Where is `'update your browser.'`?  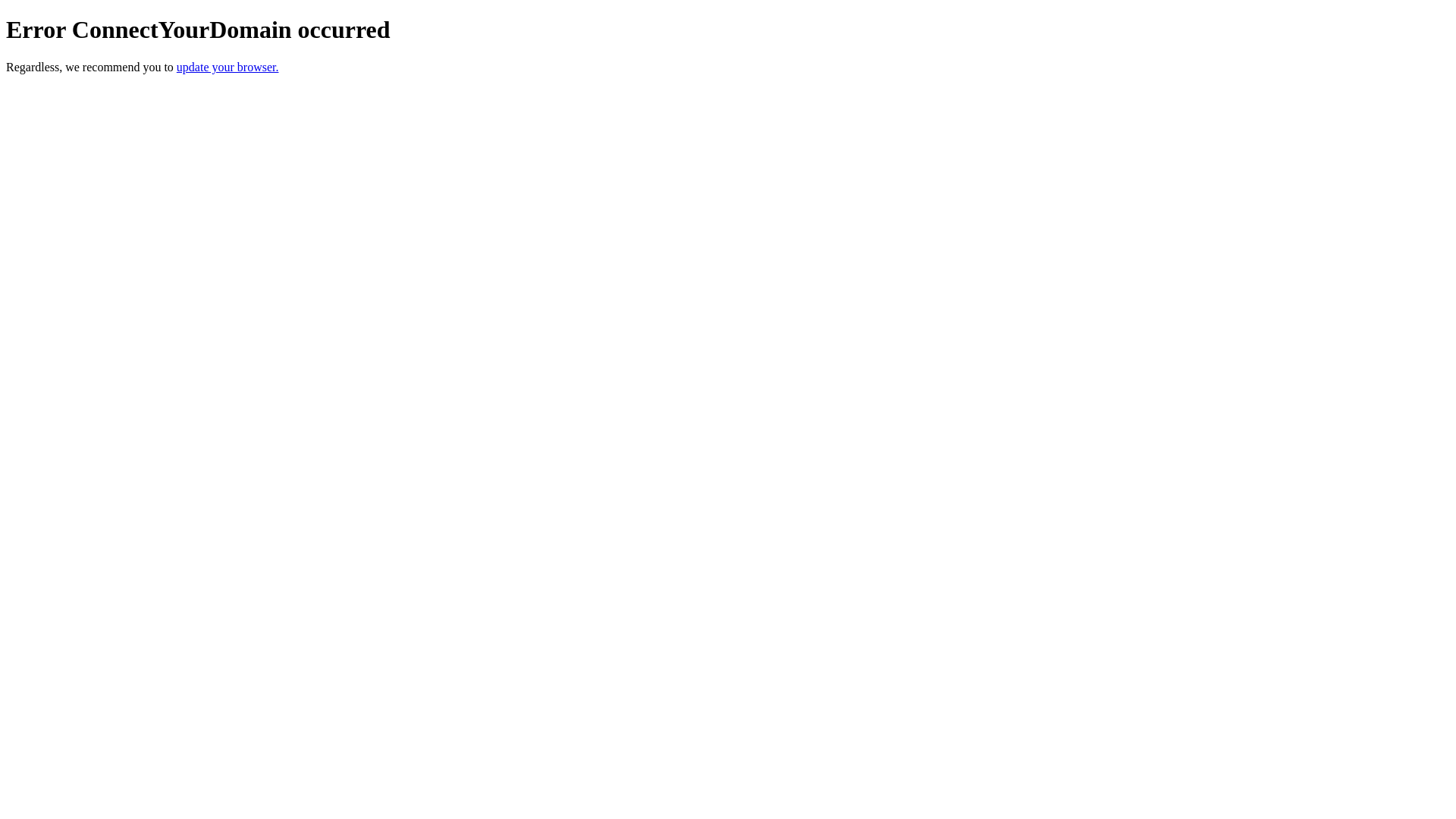
'update your browser.' is located at coordinates (177, 66).